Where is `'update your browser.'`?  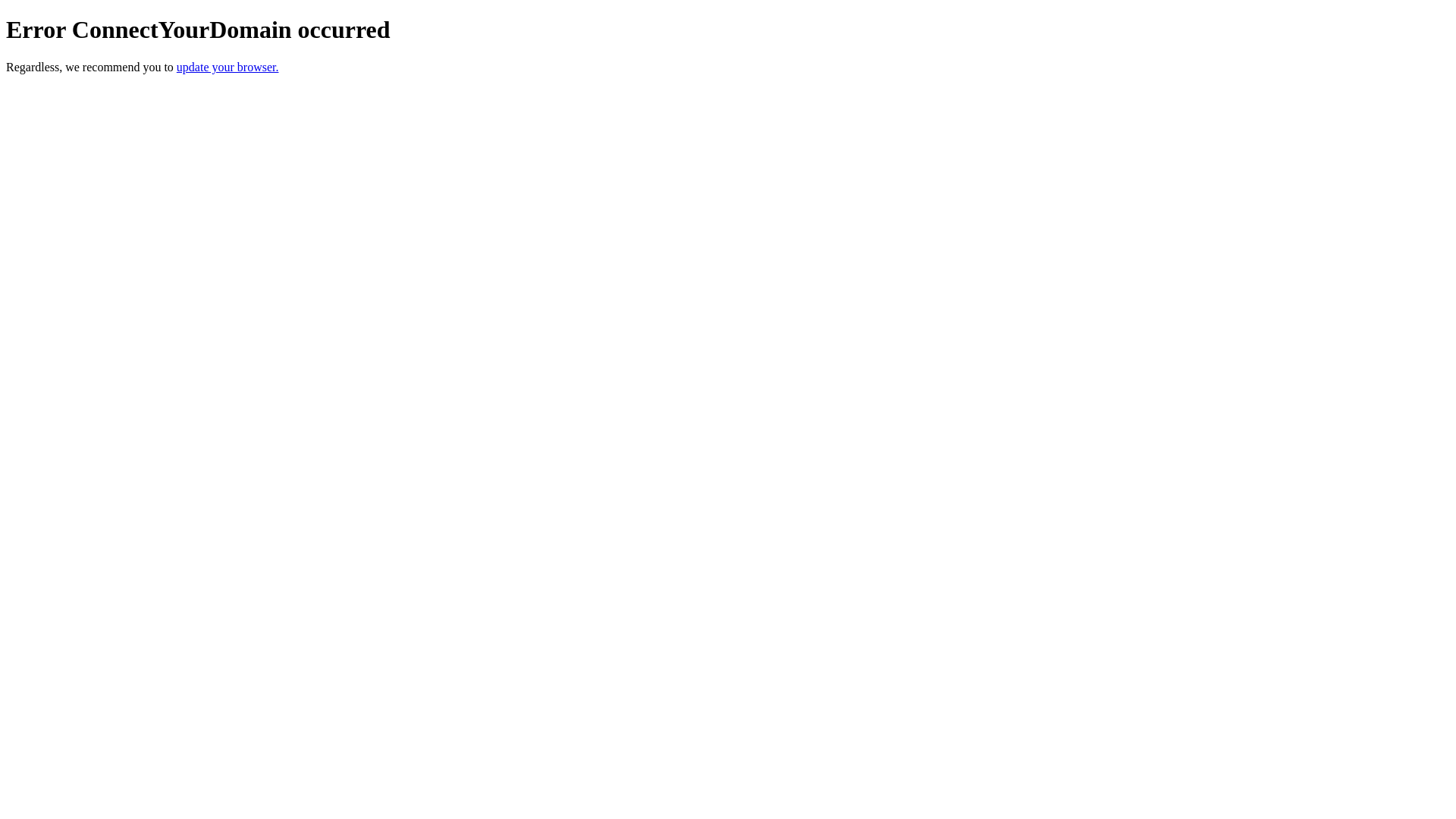
'update your browser.' is located at coordinates (177, 66).